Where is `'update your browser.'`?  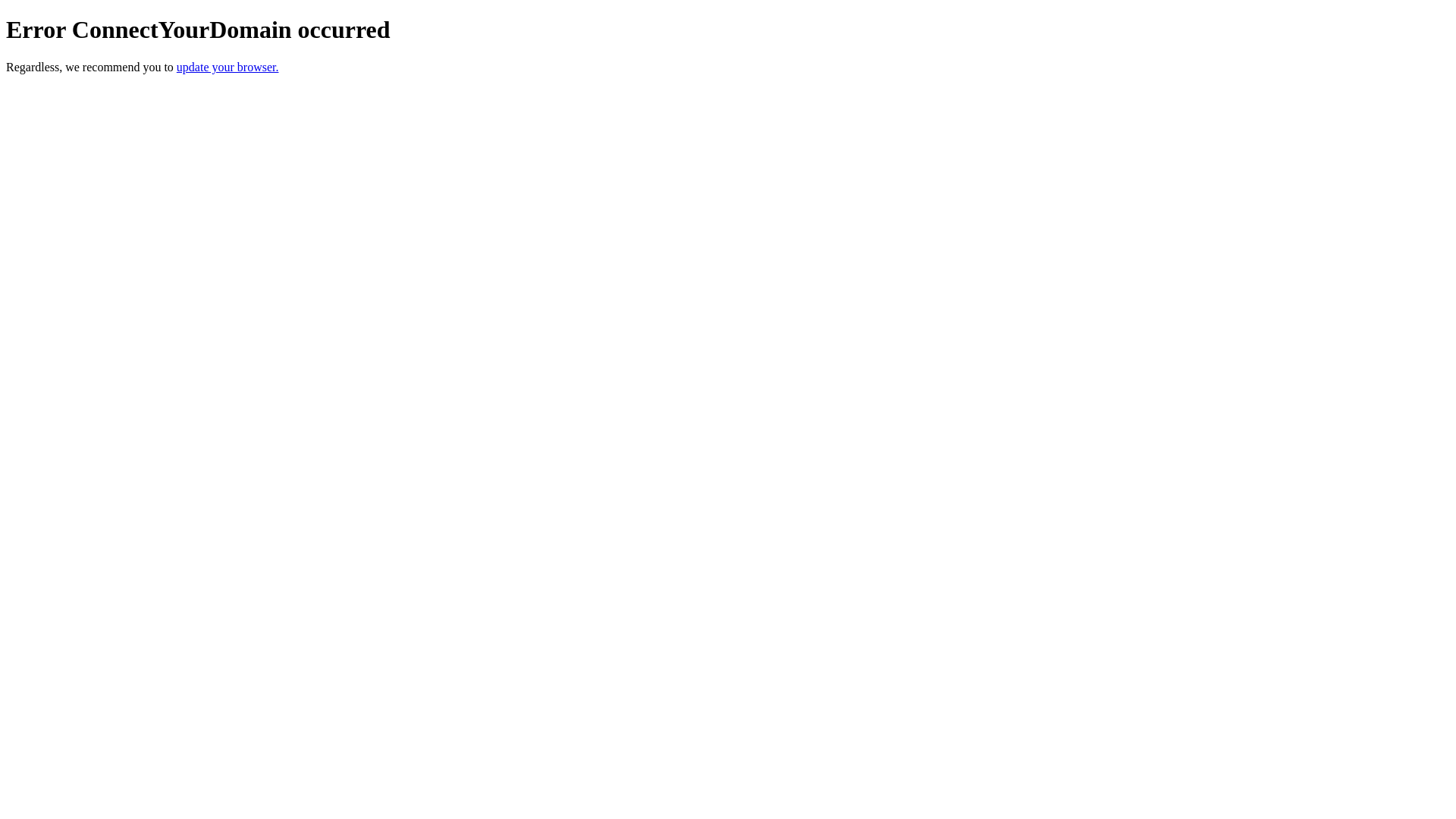
'update your browser.' is located at coordinates (177, 66).